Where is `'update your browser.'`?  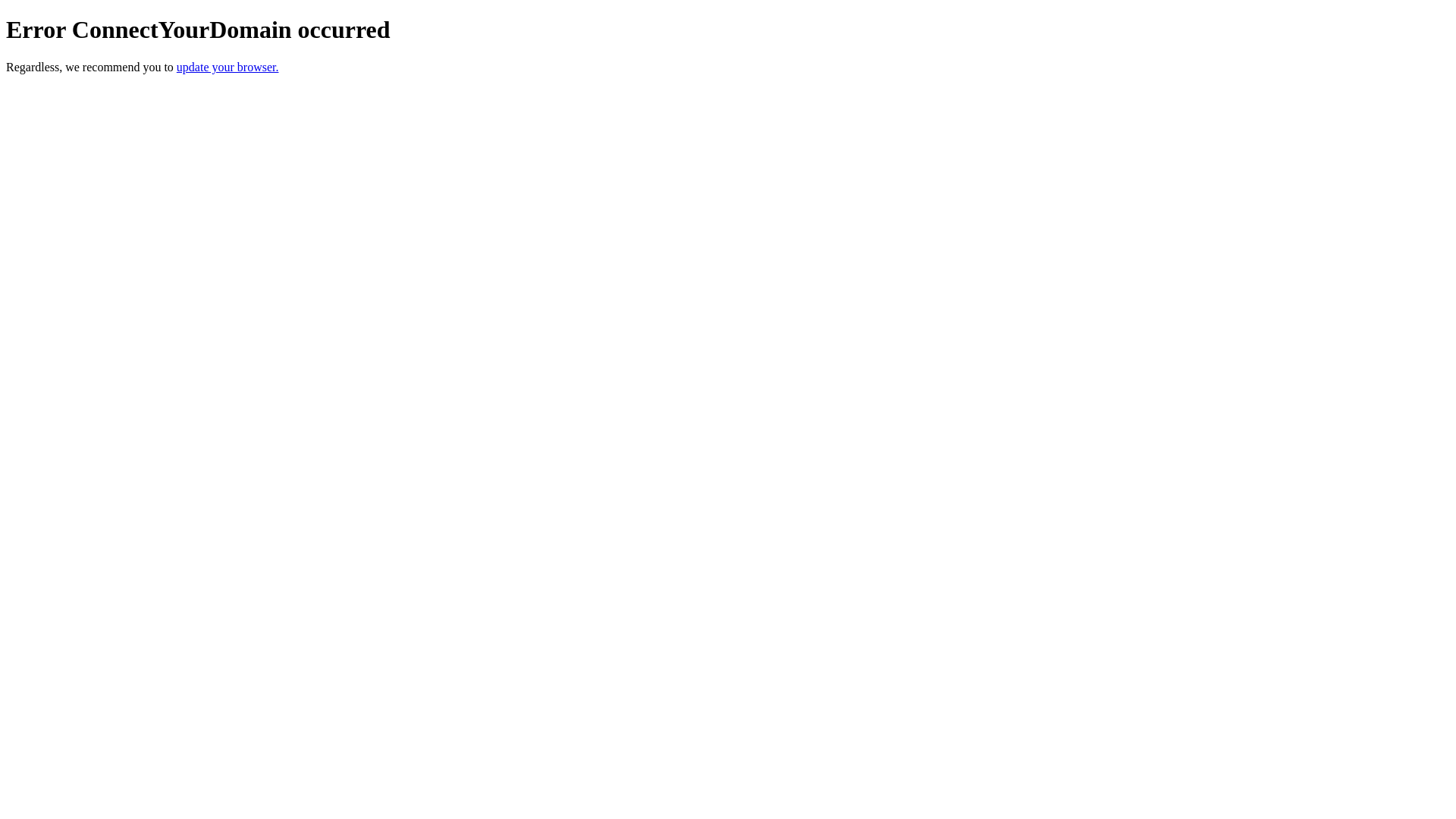
'update your browser.' is located at coordinates (177, 66).